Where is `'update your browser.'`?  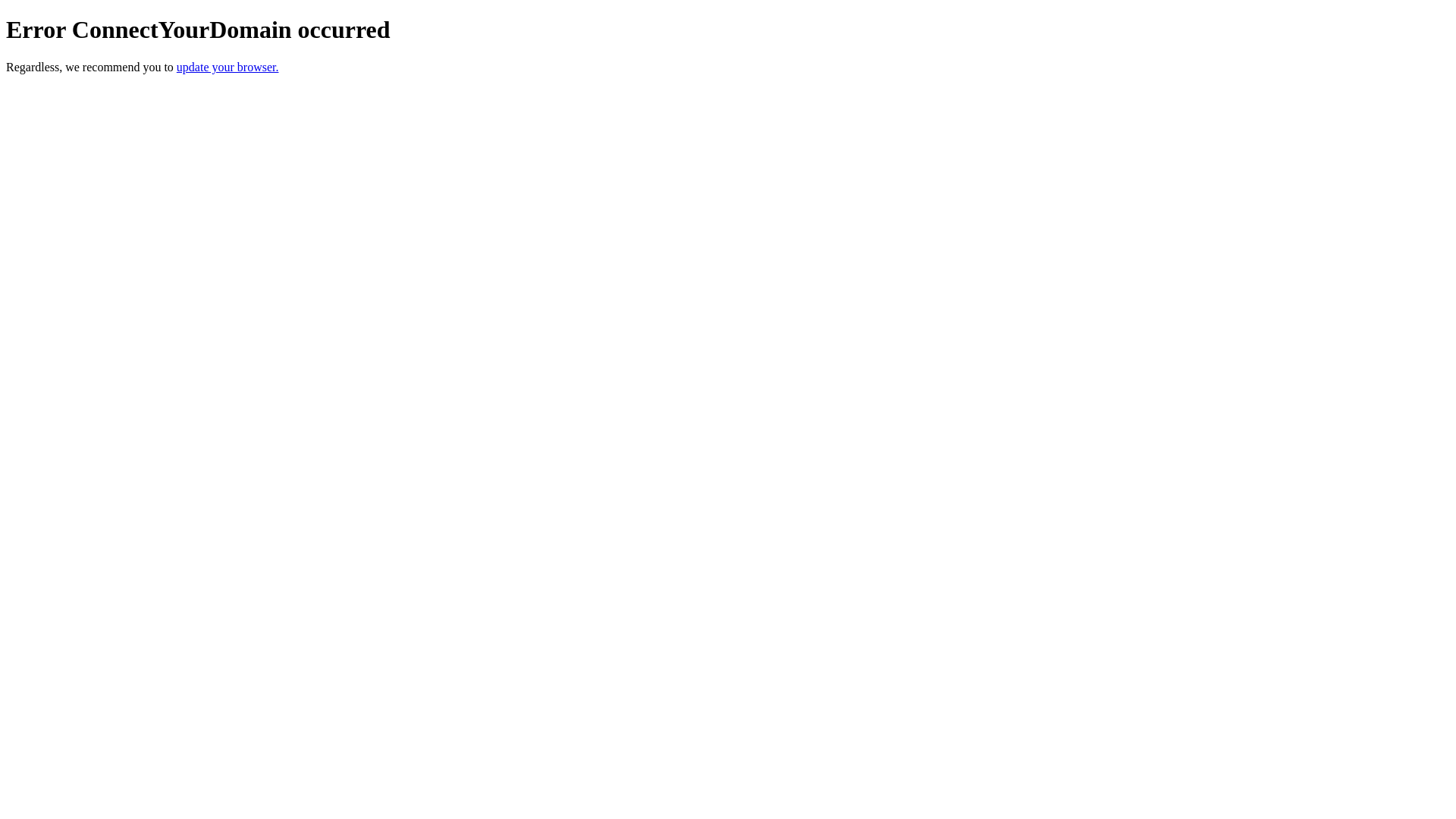
'update your browser.' is located at coordinates (177, 66).